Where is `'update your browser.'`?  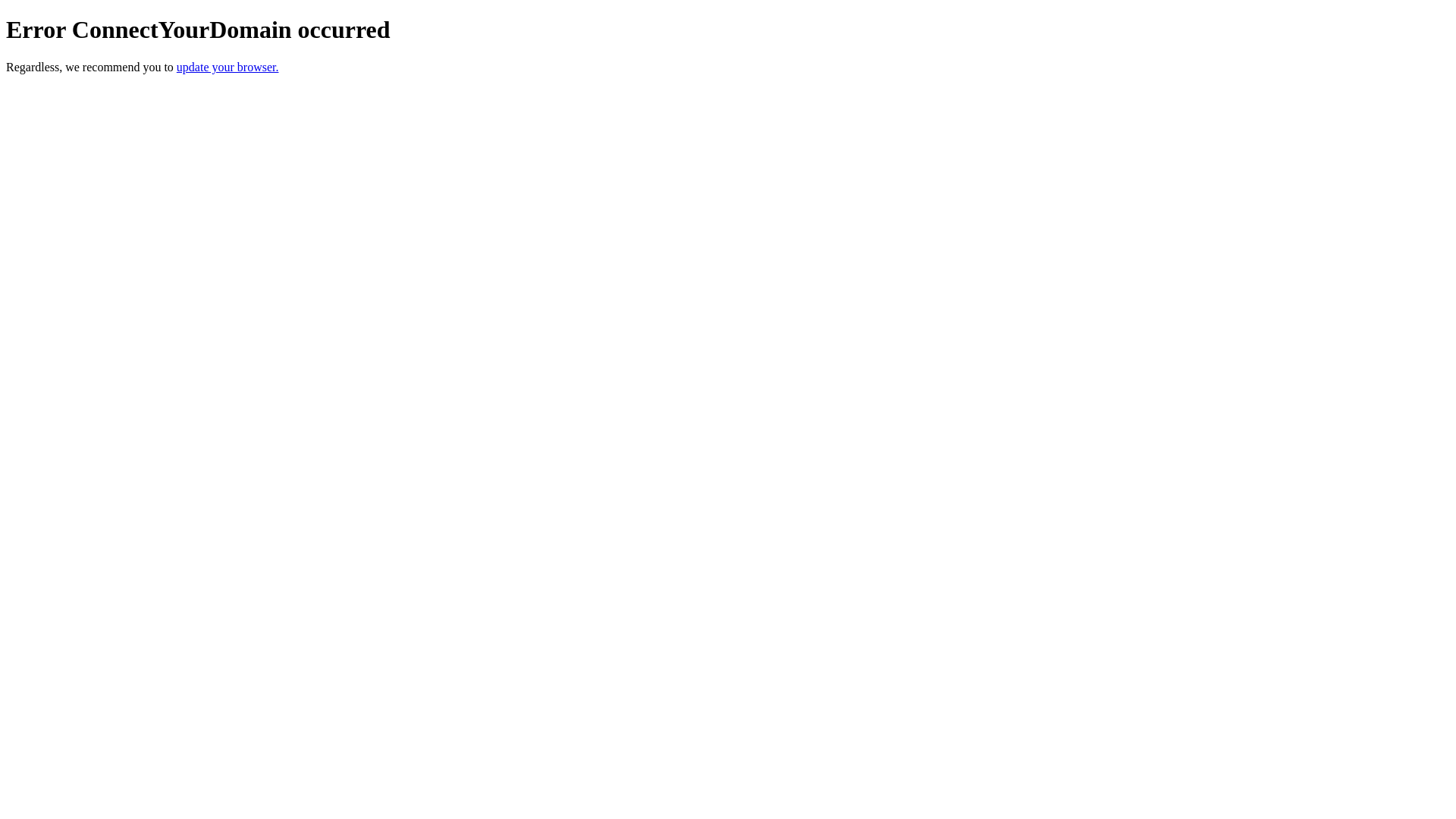
'update your browser.' is located at coordinates (177, 66).